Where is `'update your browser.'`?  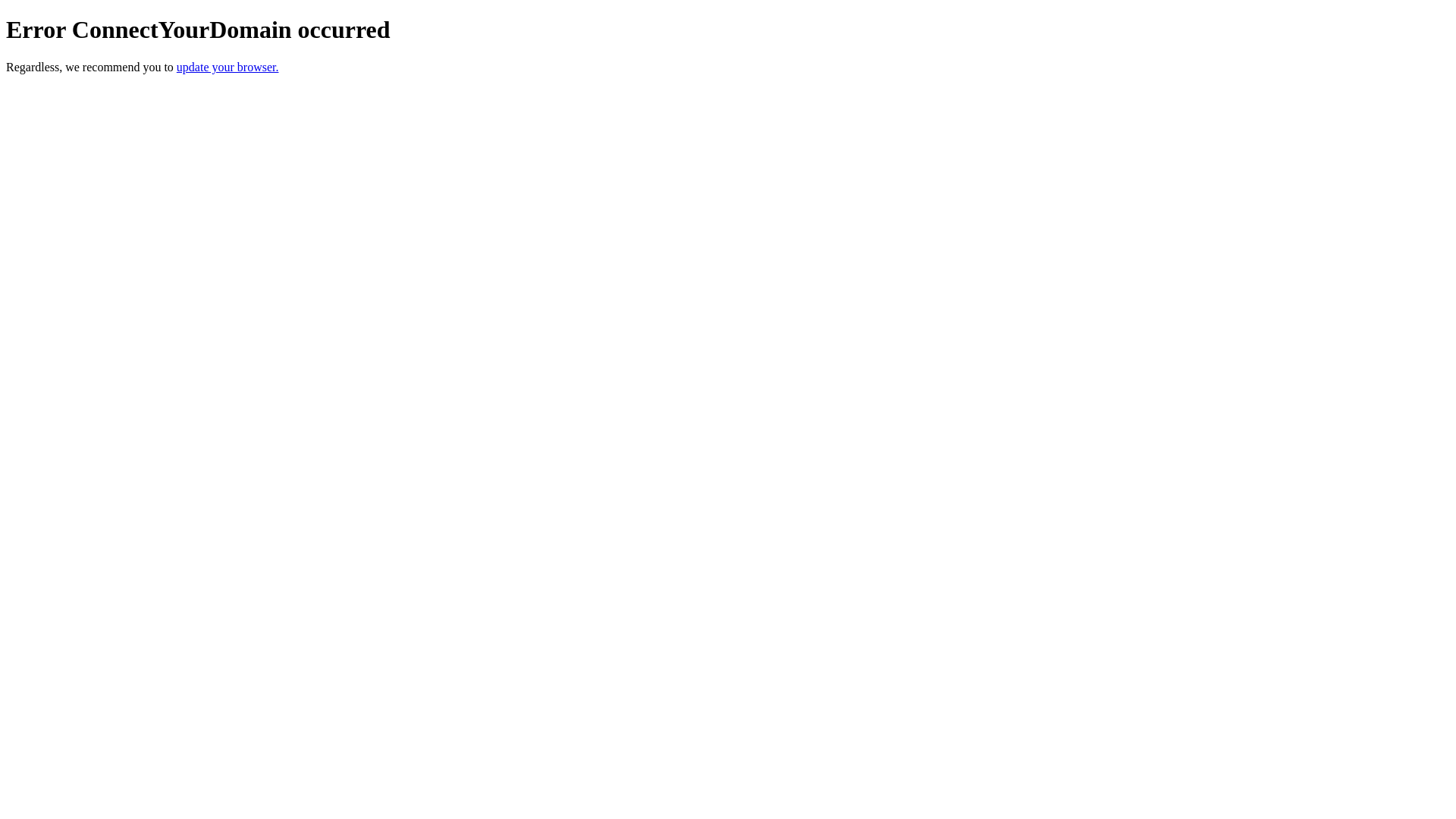
'update your browser.' is located at coordinates (177, 66).